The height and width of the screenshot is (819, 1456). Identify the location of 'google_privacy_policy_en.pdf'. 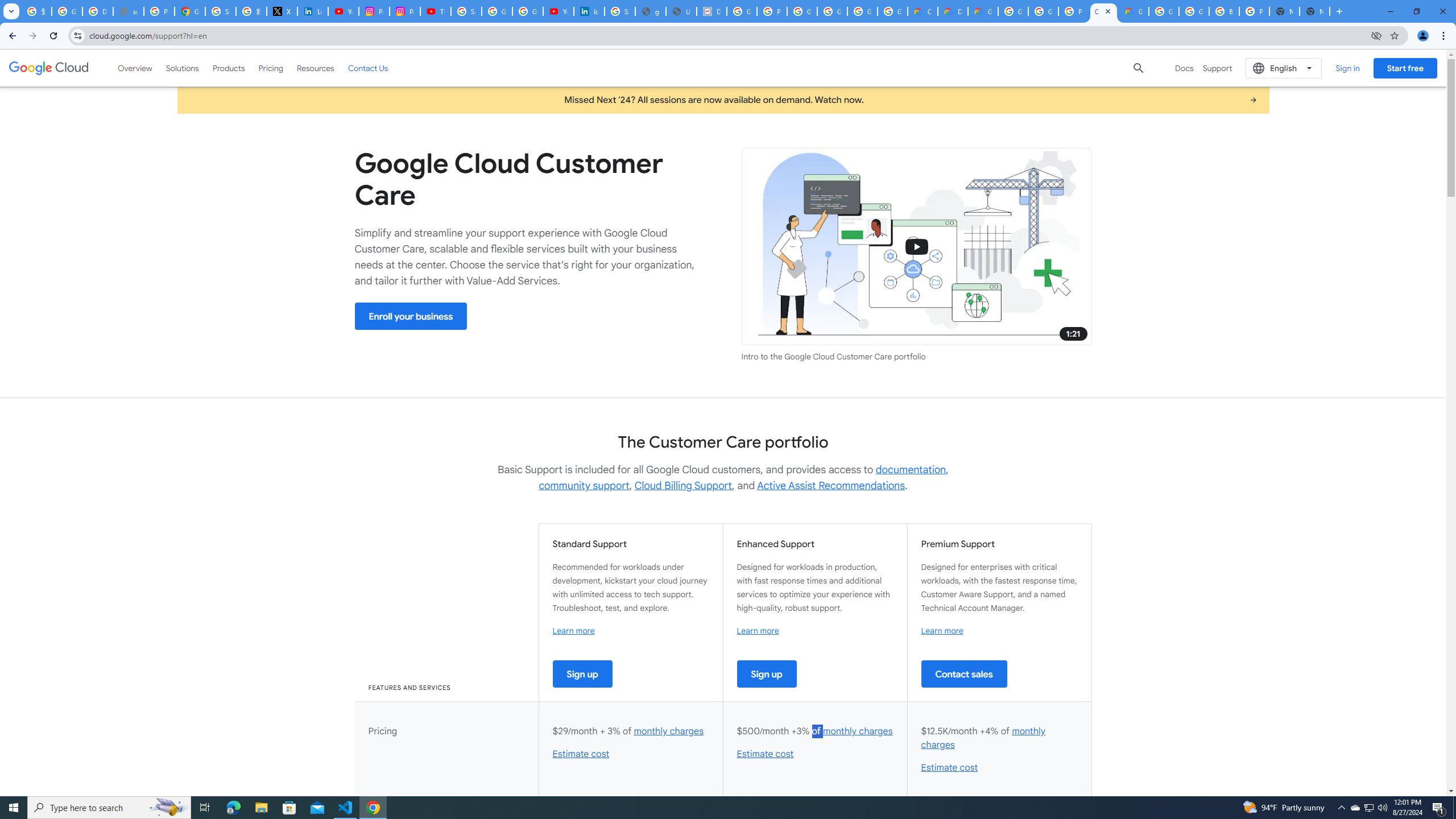
(651, 11).